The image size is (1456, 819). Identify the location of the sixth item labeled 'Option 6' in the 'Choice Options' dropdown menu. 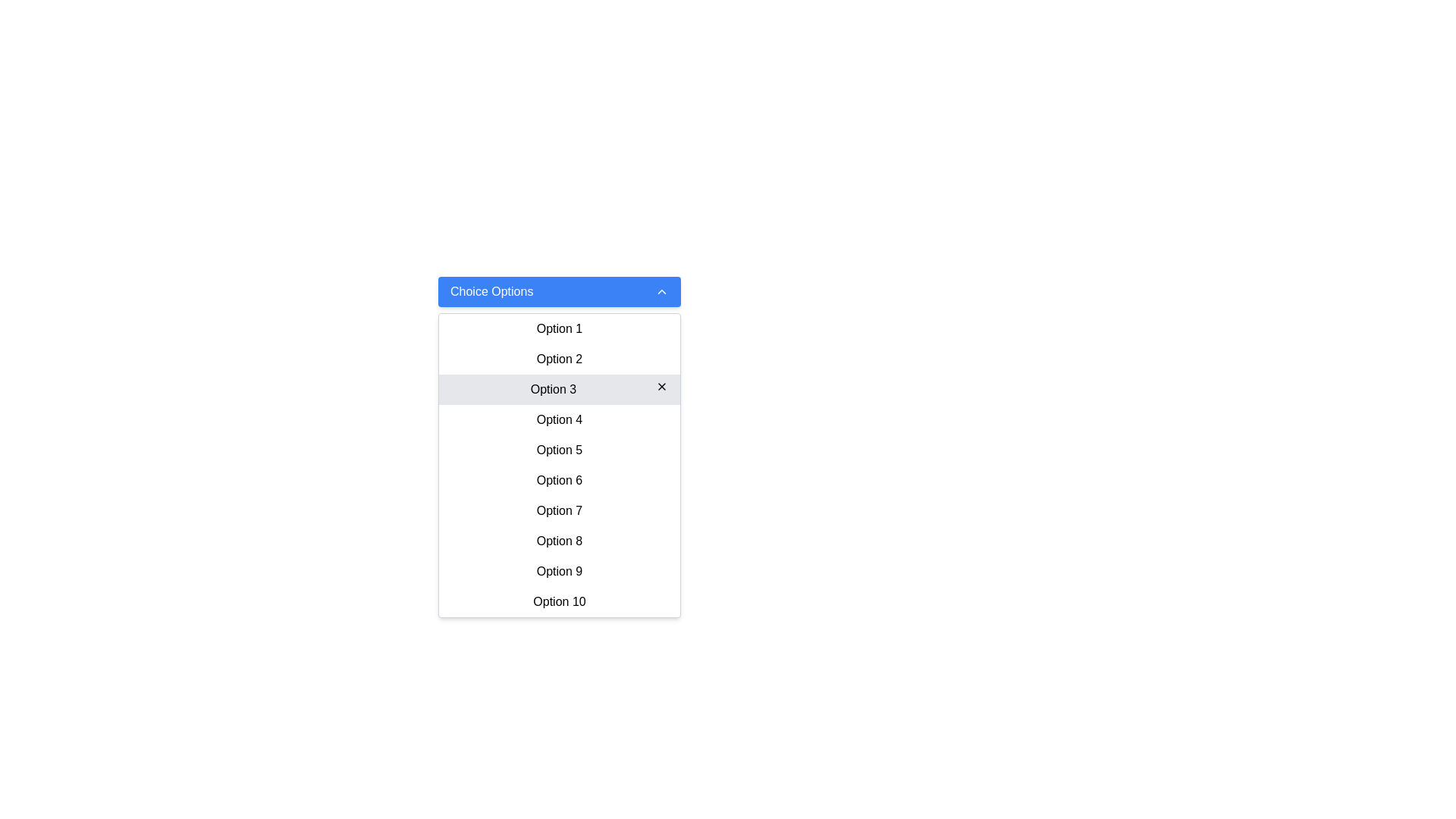
(559, 480).